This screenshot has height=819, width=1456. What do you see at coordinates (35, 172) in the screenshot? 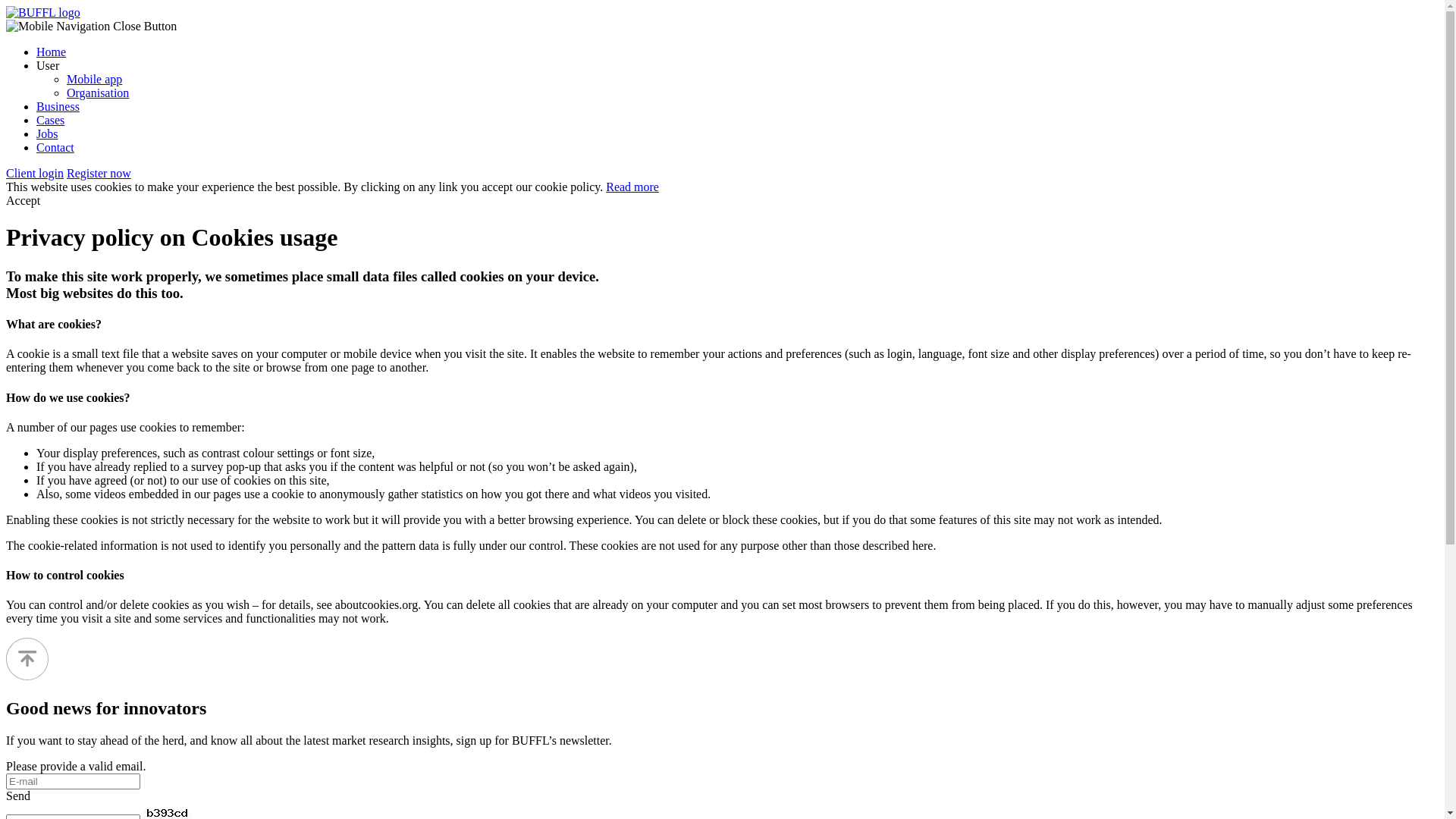
I see `'Client login'` at bounding box center [35, 172].